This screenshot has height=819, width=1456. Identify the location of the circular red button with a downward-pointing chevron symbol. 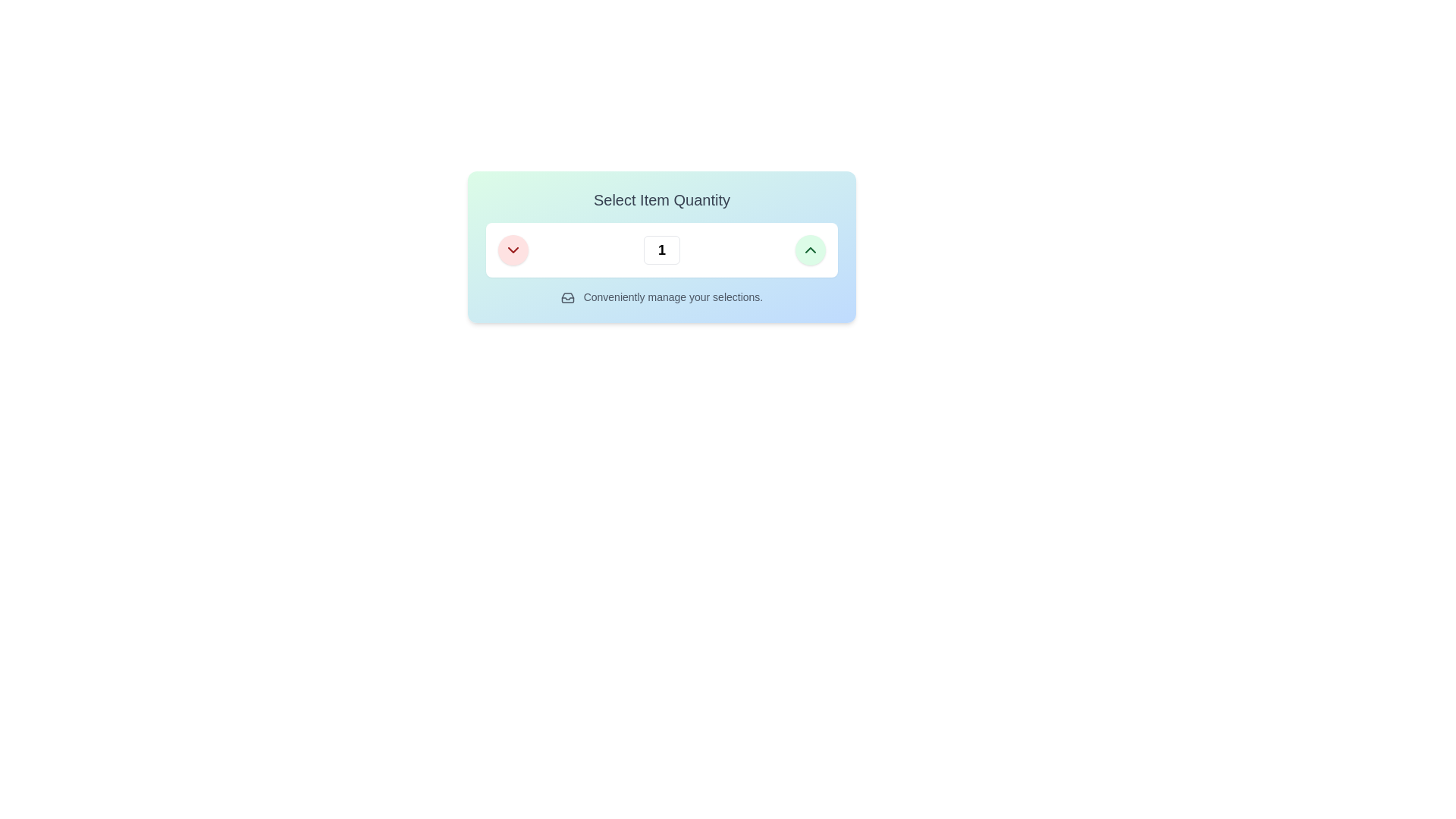
(513, 249).